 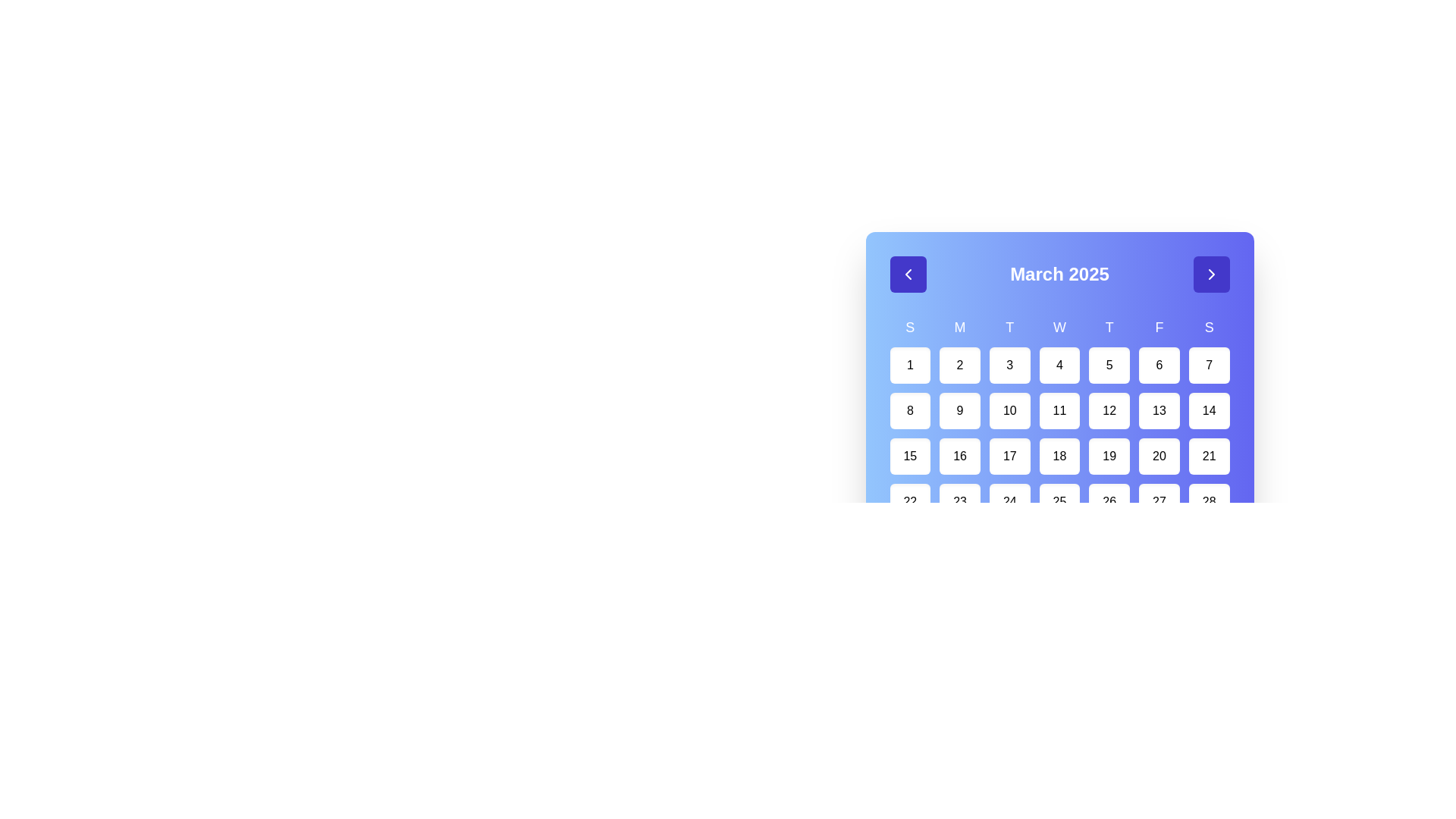 I want to click on the rounded rectangle button with a white background and the text '17' in bold black, located in the third column of the third row under the 'T' column header, so click(x=1009, y=455).